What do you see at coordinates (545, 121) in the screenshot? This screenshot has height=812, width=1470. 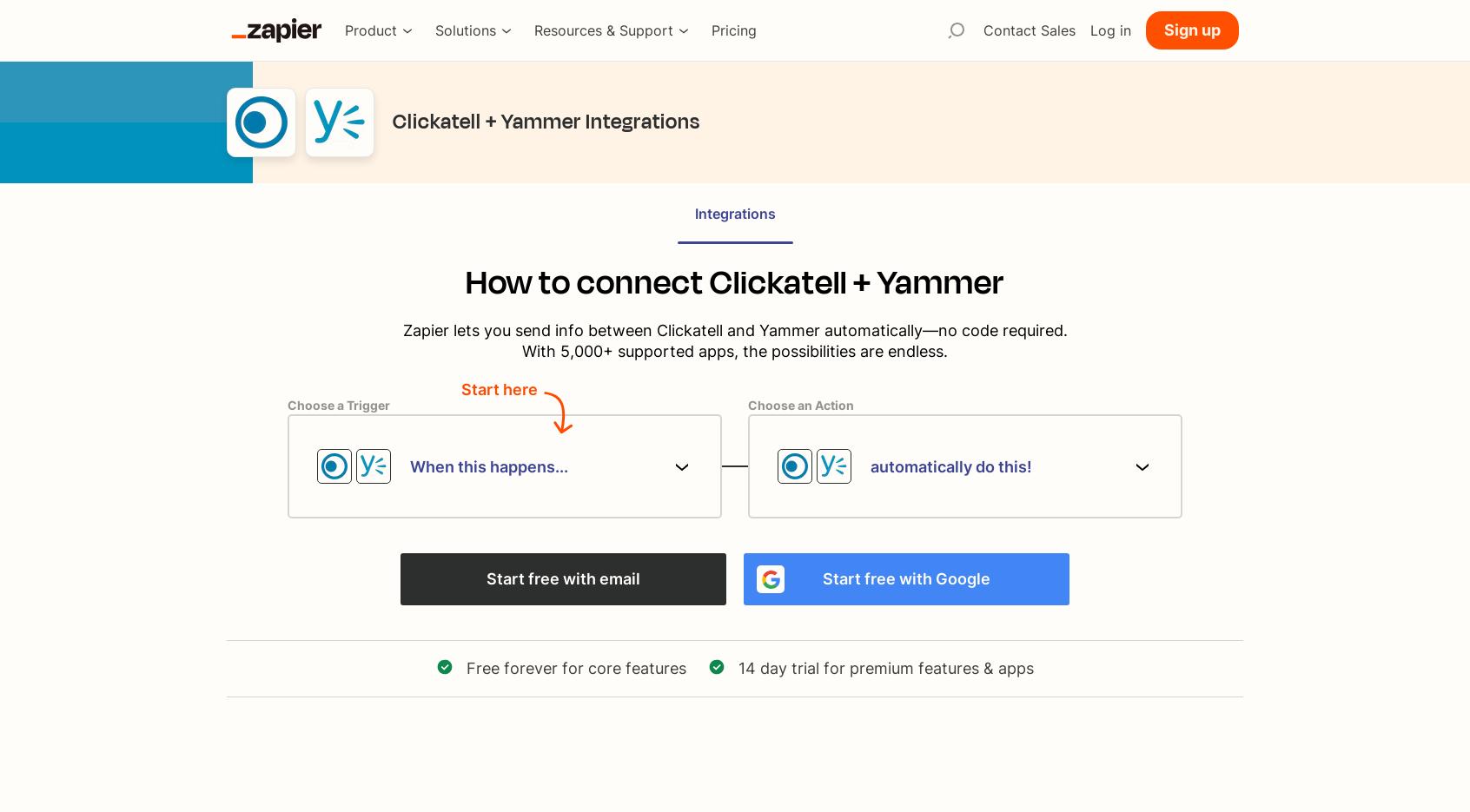 I see `'Clickatell + Yammer Integrations'` at bounding box center [545, 121].